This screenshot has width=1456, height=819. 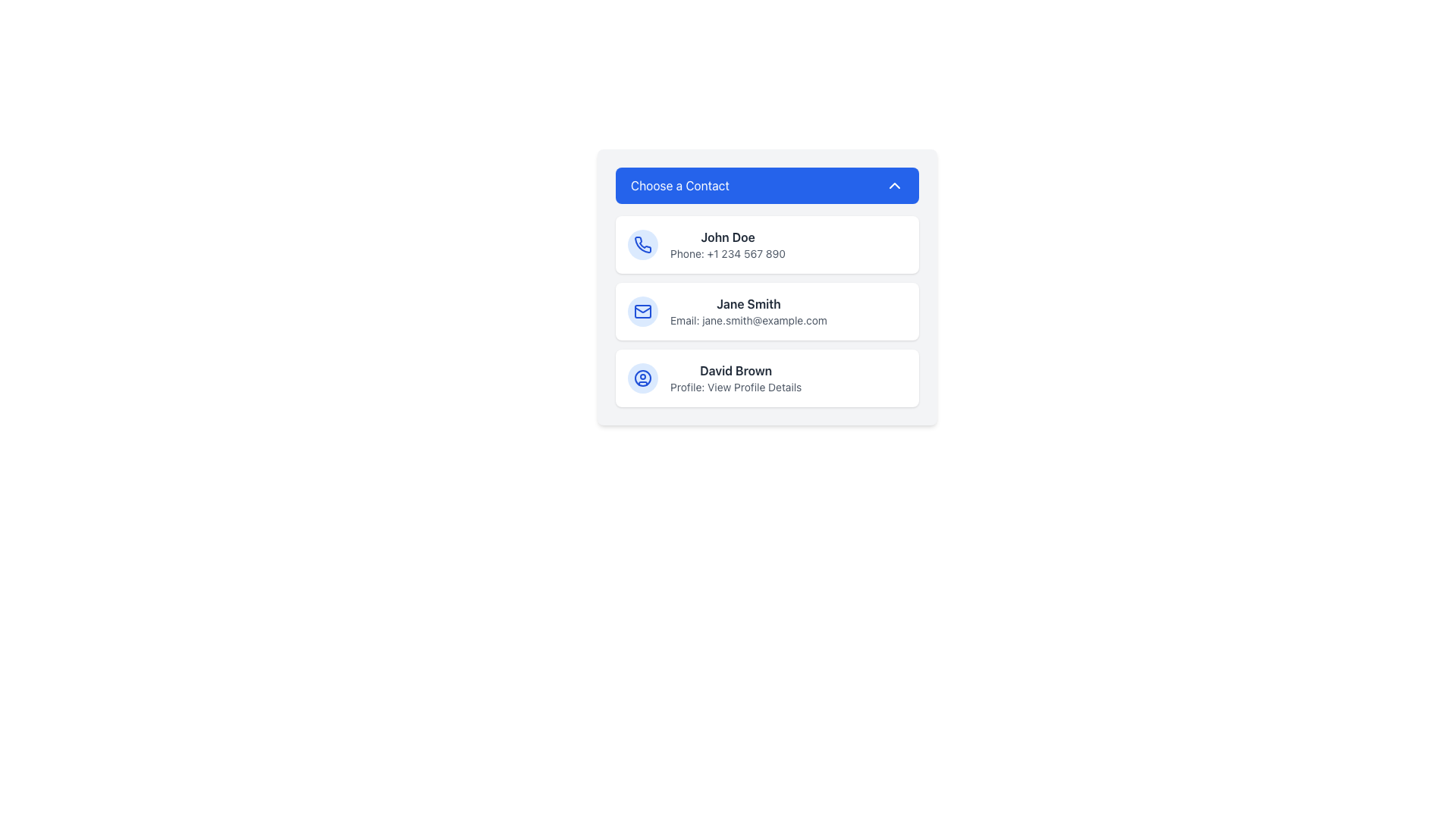 What do you see at coordinates (643, 243) in the screenshot?
I see `the dark blue phone receiver icon located on the left side of the contact entry for 'John Doe'` at bounding box center [643, 243].